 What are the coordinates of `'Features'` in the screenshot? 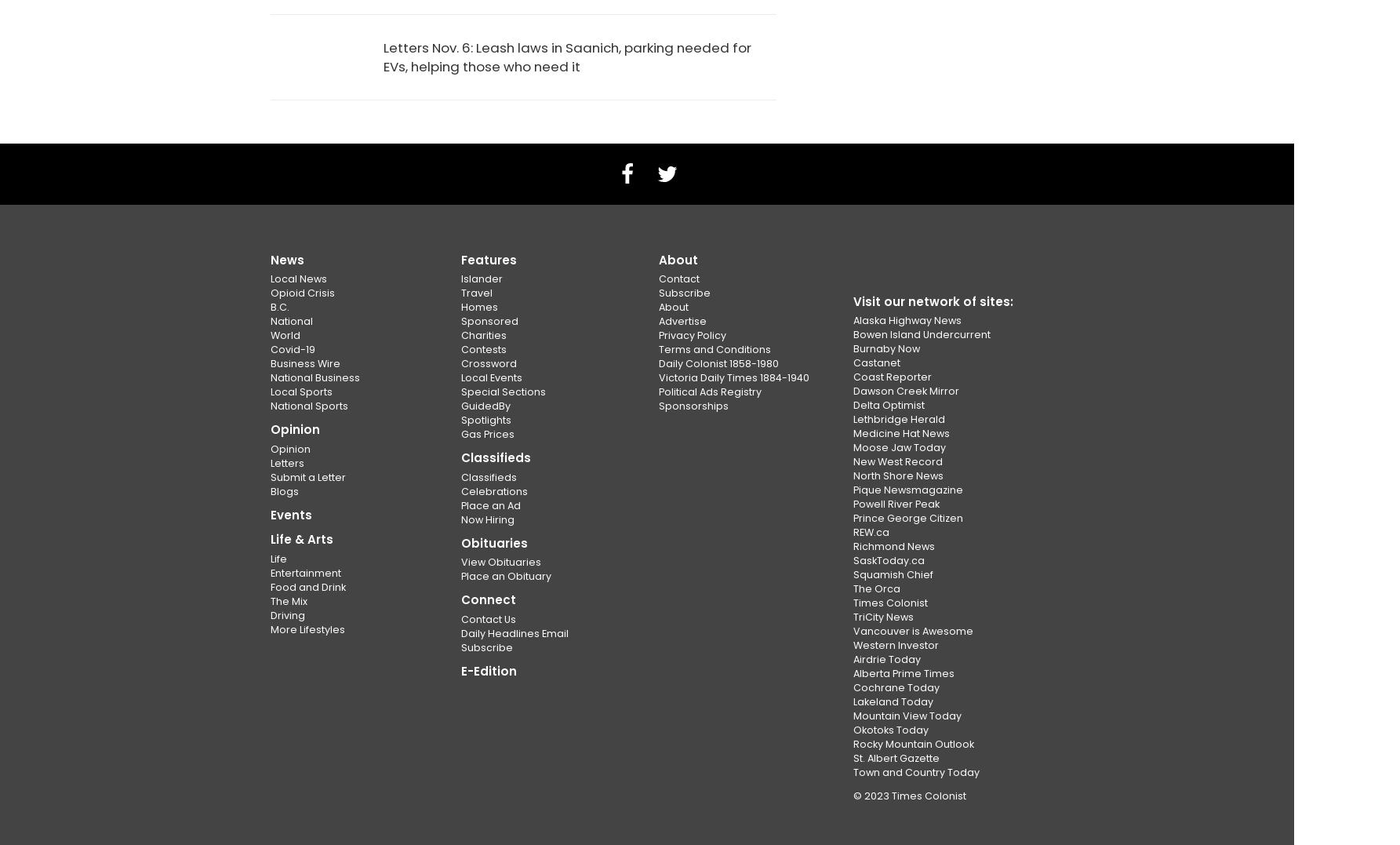 It's located at (488, 259).